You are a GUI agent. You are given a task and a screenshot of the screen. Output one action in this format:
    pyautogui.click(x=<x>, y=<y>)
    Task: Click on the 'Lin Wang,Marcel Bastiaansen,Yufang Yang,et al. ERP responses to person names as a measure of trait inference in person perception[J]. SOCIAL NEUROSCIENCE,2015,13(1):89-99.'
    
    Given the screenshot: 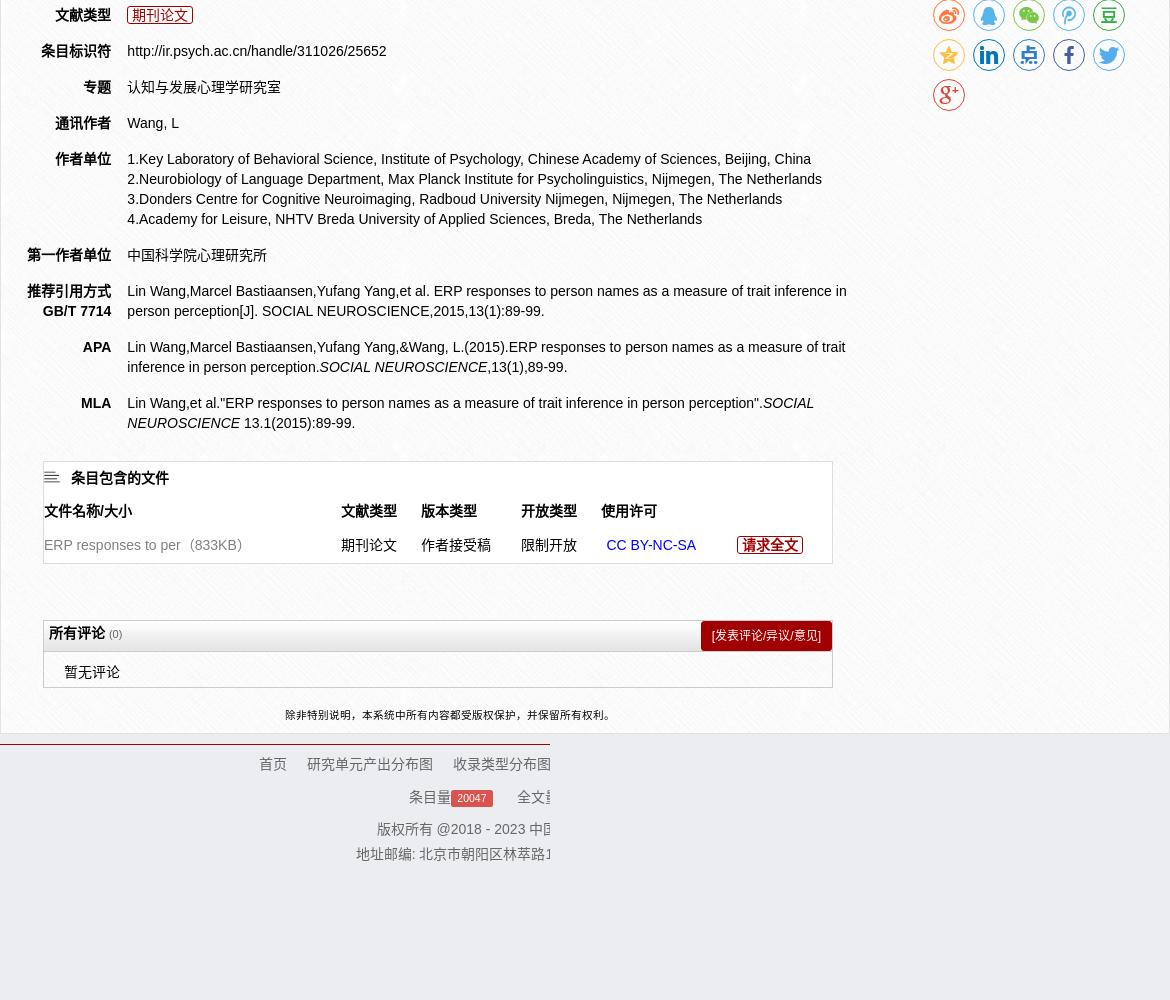 What is the action you would take?
    pyautogui.click(x=125, y=300)
    